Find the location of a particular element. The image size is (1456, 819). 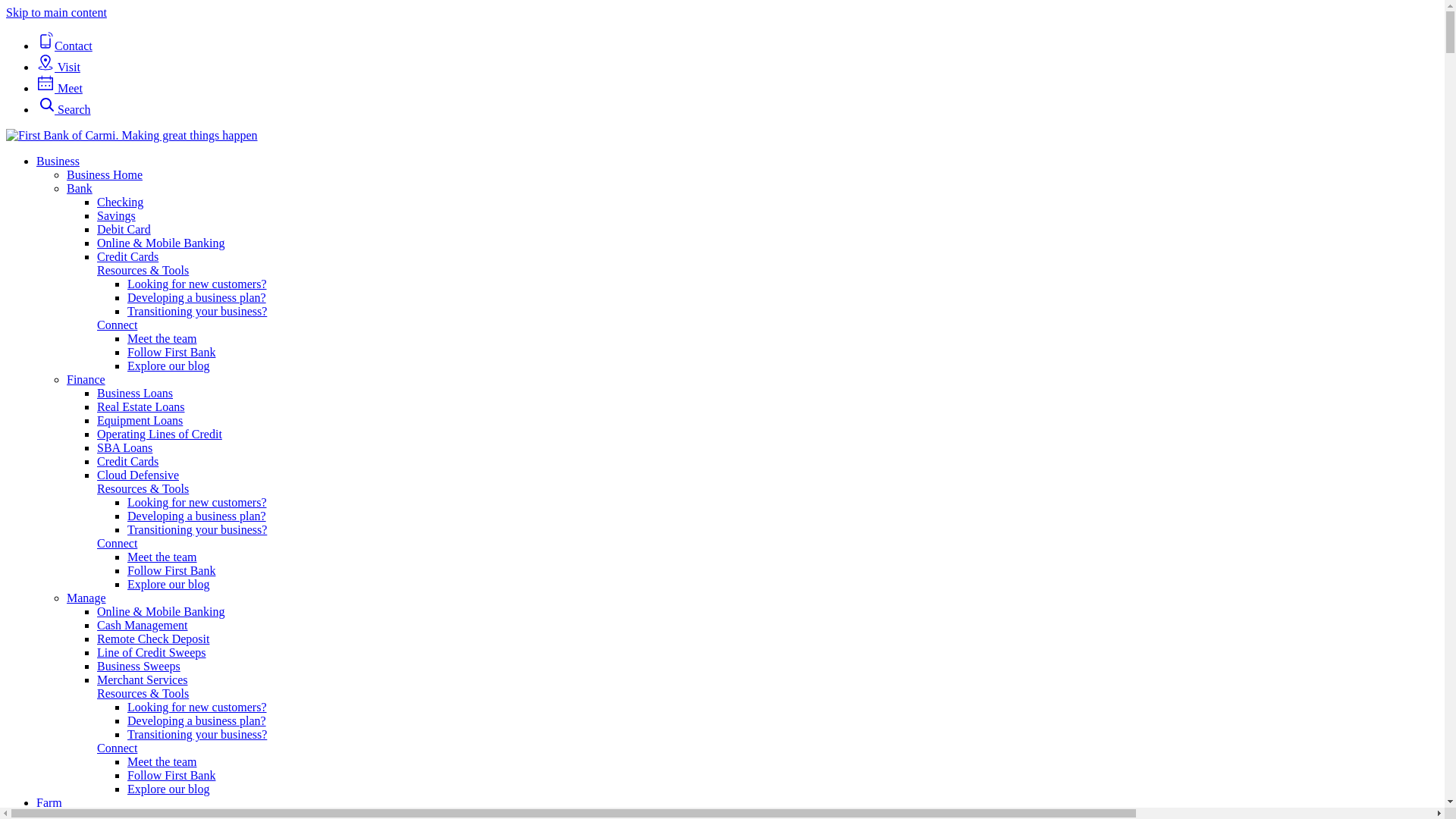

'Connect' is located at coordinates (116, 542).